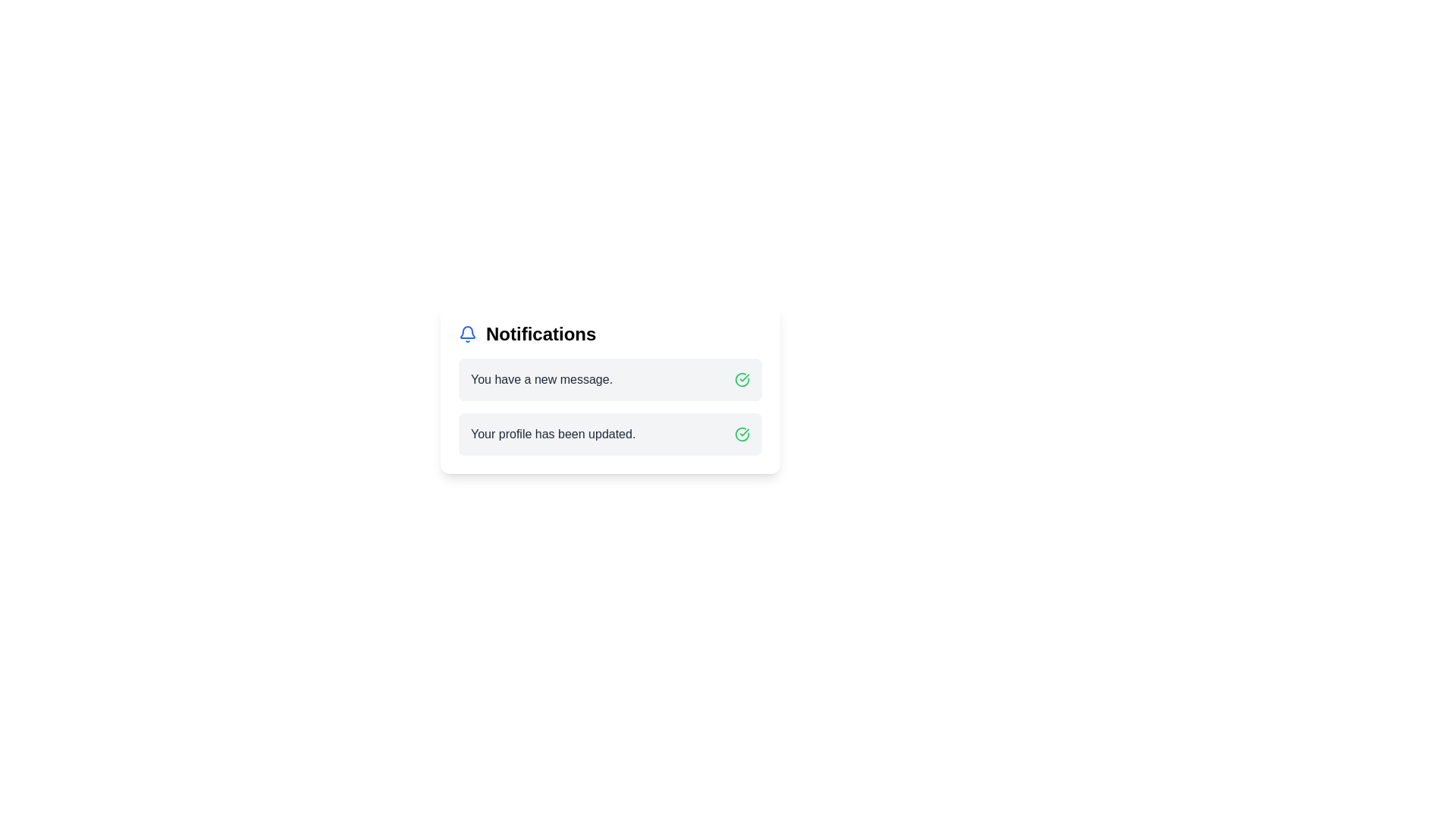 The image size is (1456, 819). Describe the element at coordinates (610, 435) in the screenshot. I see `the Notification card that informs the user about their profile update, positioned as the second item in the Notifications list` at that location.